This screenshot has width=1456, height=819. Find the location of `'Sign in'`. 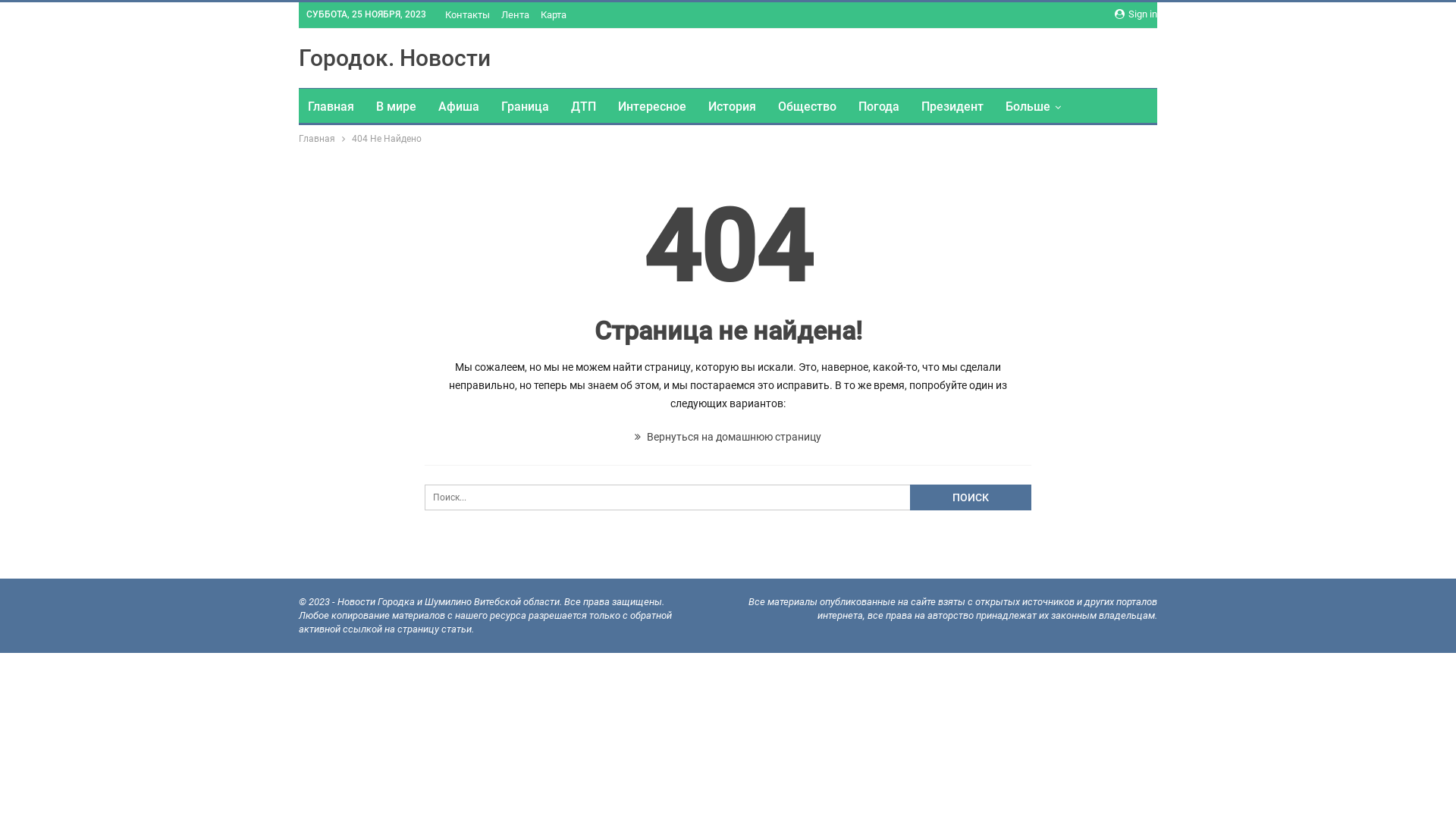

'Sign in' is located at coordinates (1135, 14).